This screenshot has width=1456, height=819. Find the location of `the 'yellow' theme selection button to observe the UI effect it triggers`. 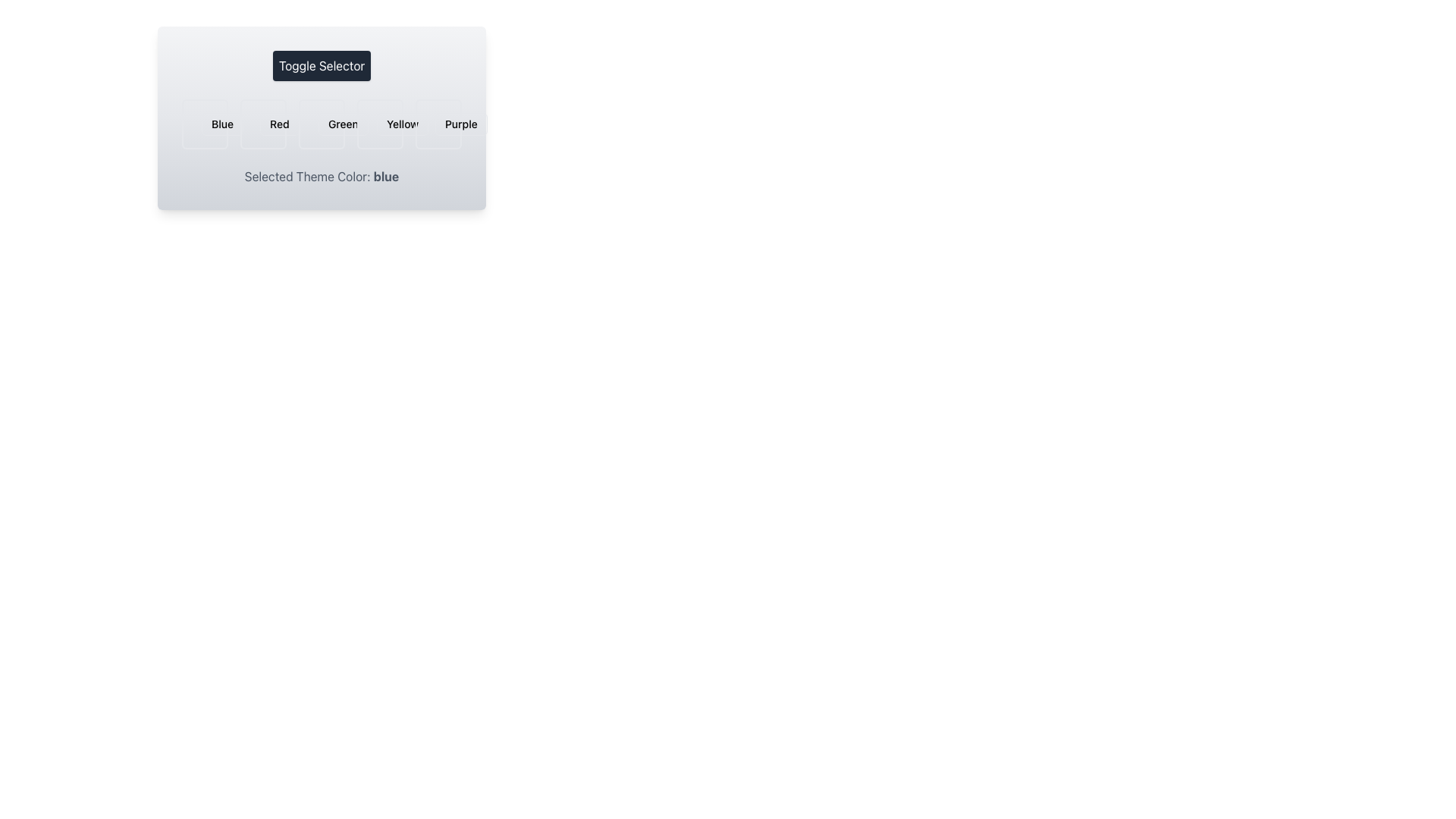

the 'yellow' theme selection button to observe the UI effect it triggers is located at coordinates (380, 124).